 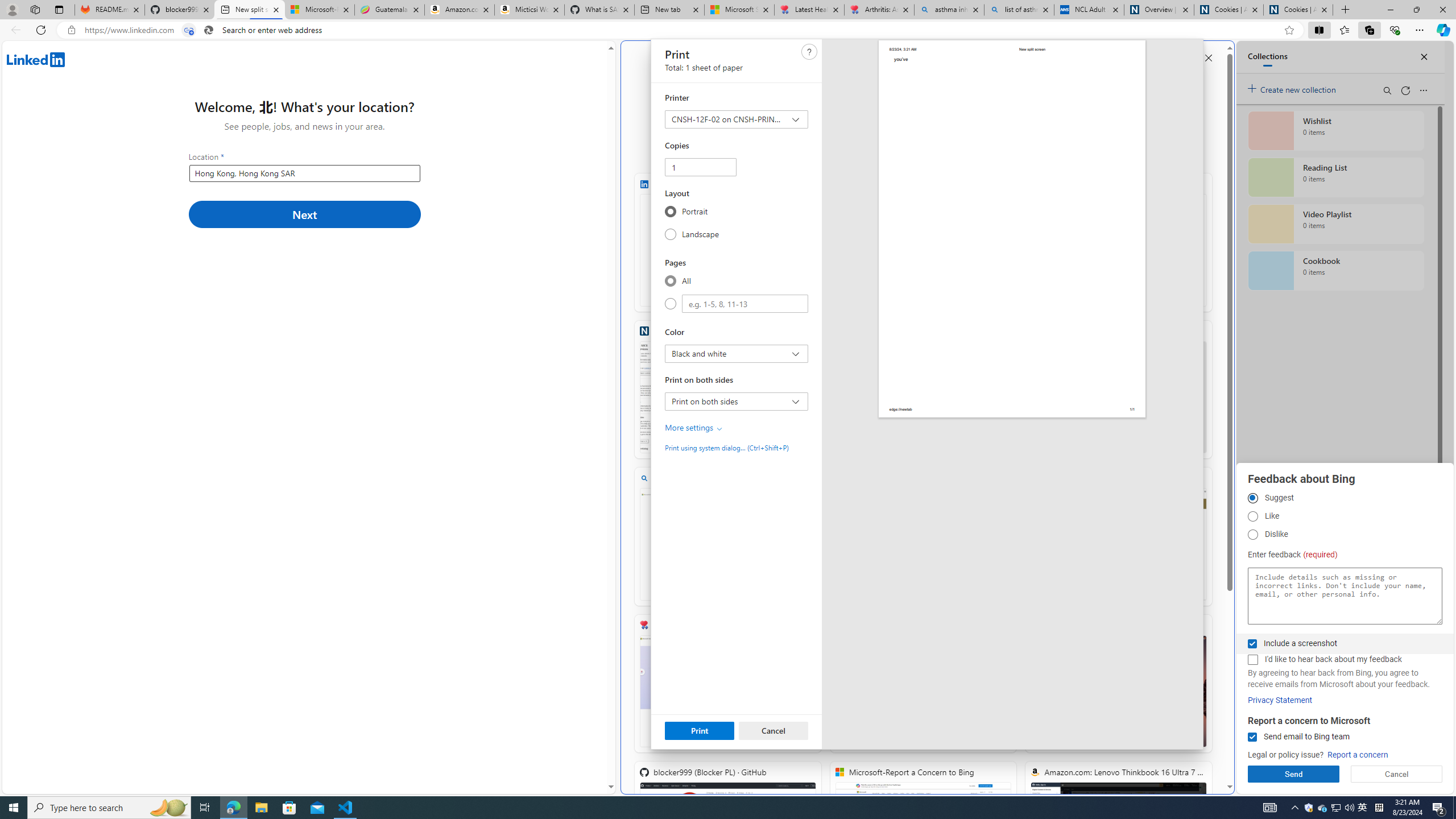 What do you see at coordinates (694, 427) in the screenshot?
I see `'More settings'` at bounding box center [694, 427].